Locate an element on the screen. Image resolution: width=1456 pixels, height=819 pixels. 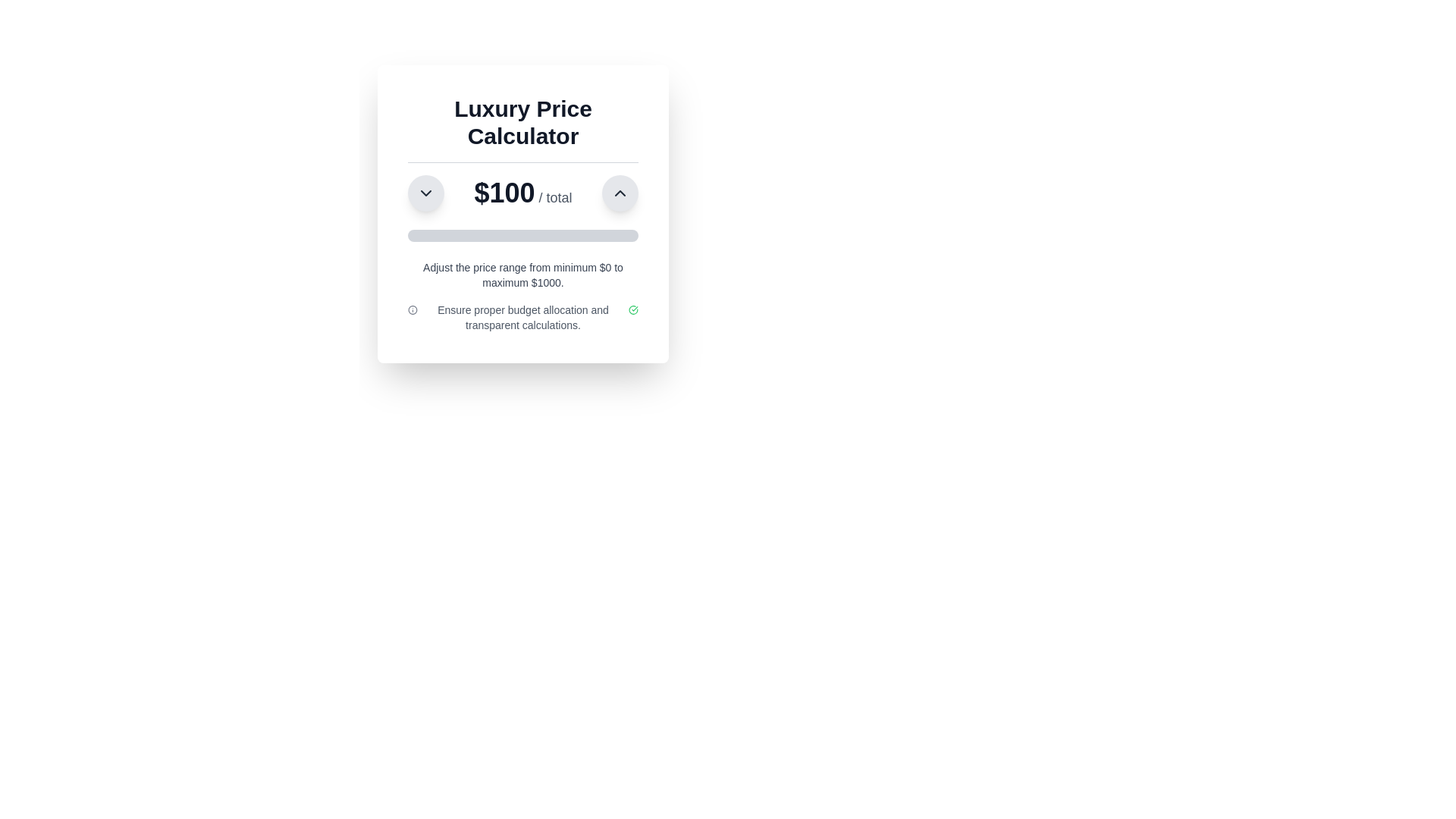
the upward-pointing chevron button located to the right of the '$100 / total' text to trigger a value change is located at coordinates (620, 192).